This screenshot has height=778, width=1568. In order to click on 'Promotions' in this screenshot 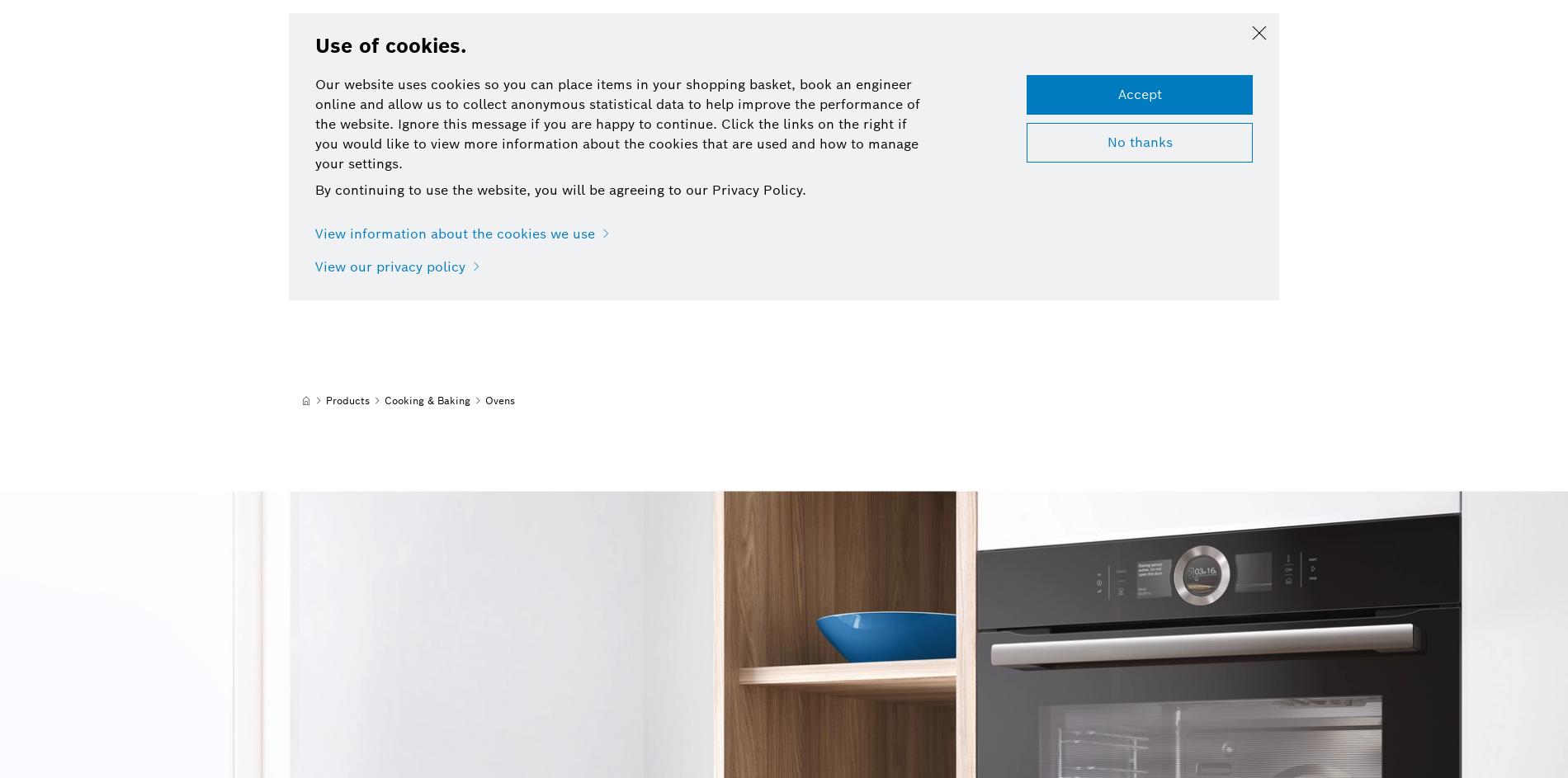, I will do `click(711, 35)`.